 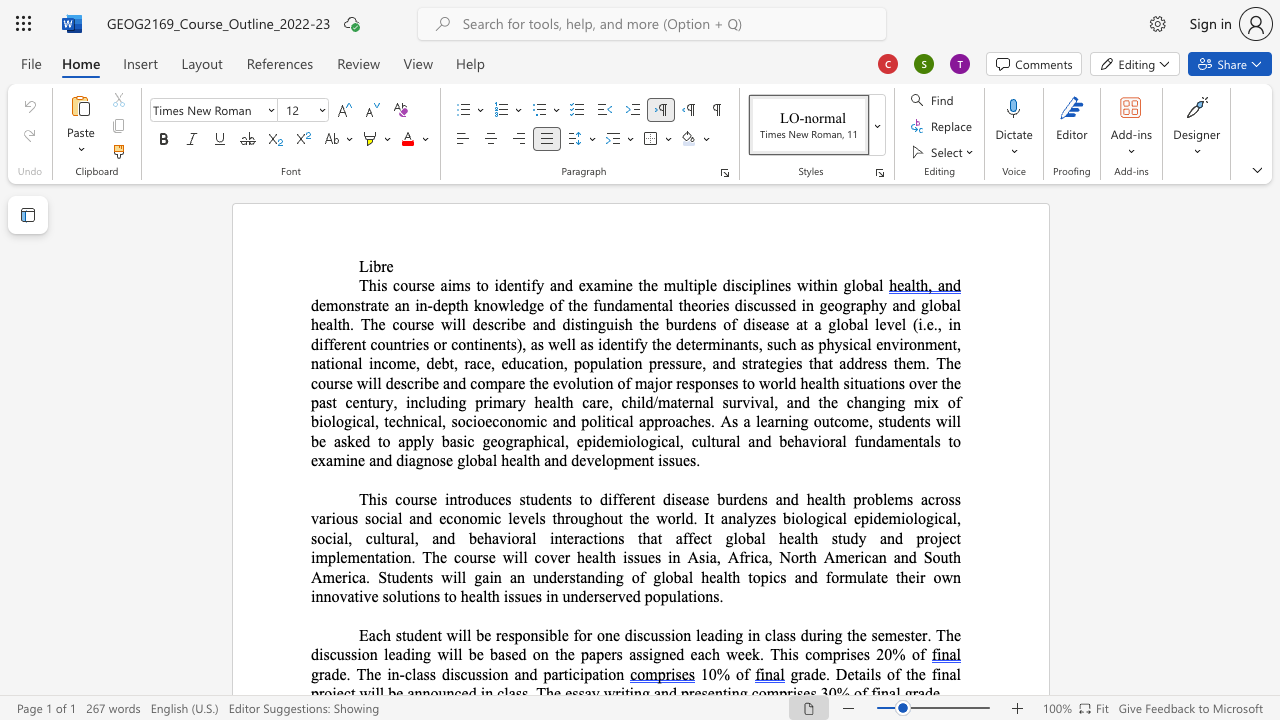 I want to click on the space between the continuous character "i" and "n" in the text, so click(x=484, y=343).